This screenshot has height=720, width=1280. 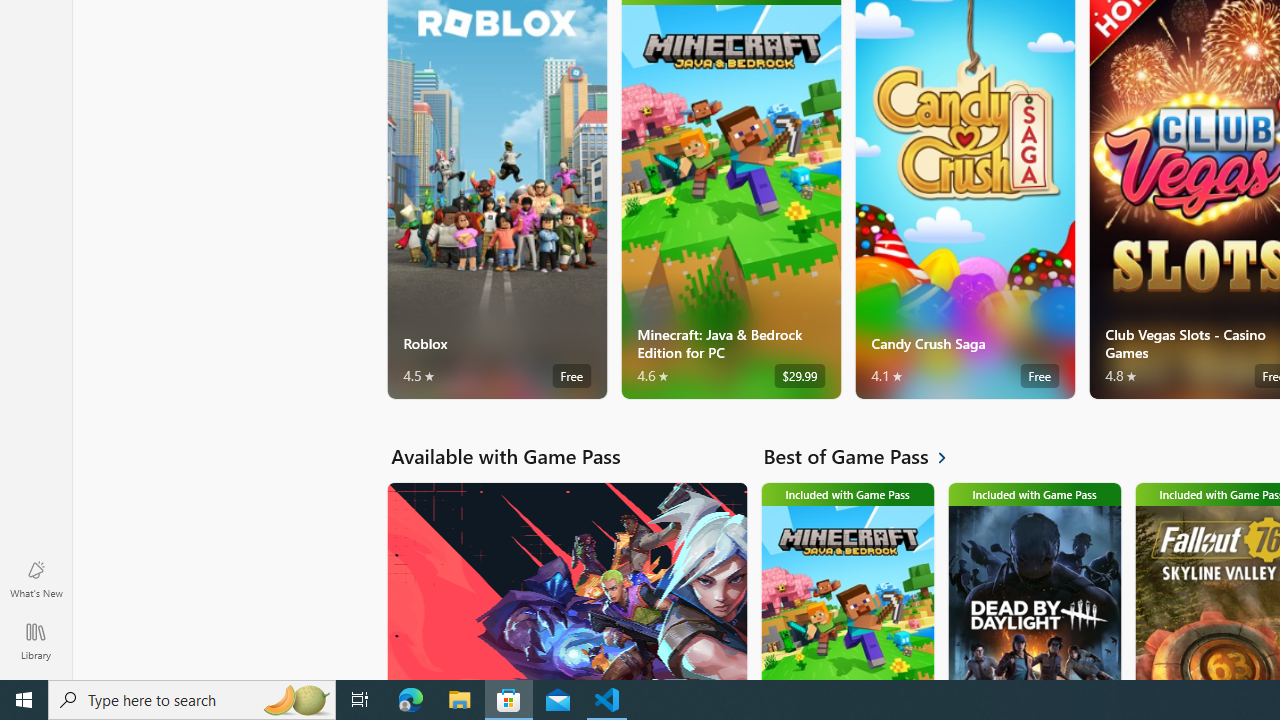 I want to click on 'Available with Game Pass. VALORANT', so click(x=566, y=580).